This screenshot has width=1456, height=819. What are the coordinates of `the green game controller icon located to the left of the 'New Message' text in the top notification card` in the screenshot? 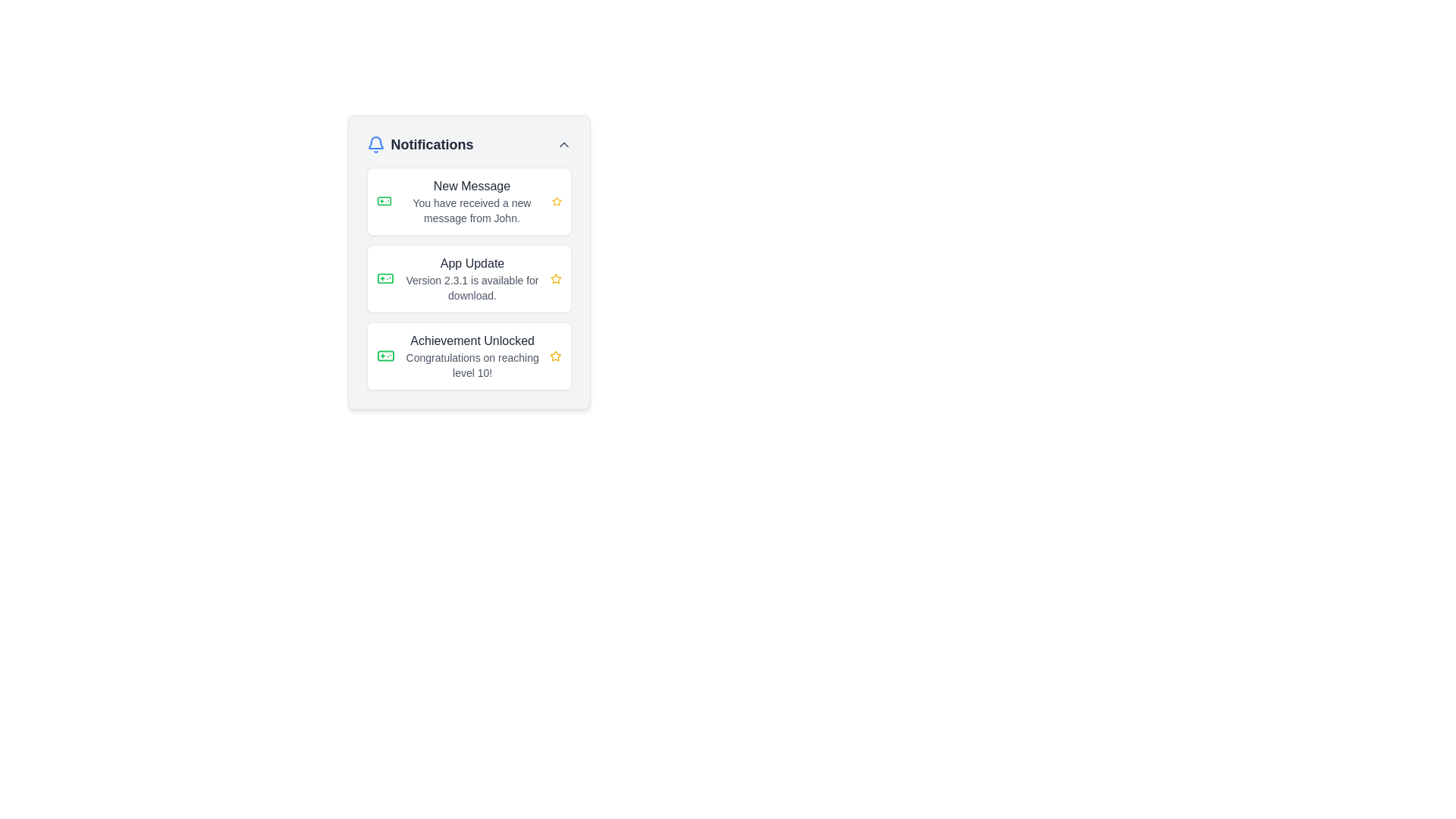 It's located at (385, 356).